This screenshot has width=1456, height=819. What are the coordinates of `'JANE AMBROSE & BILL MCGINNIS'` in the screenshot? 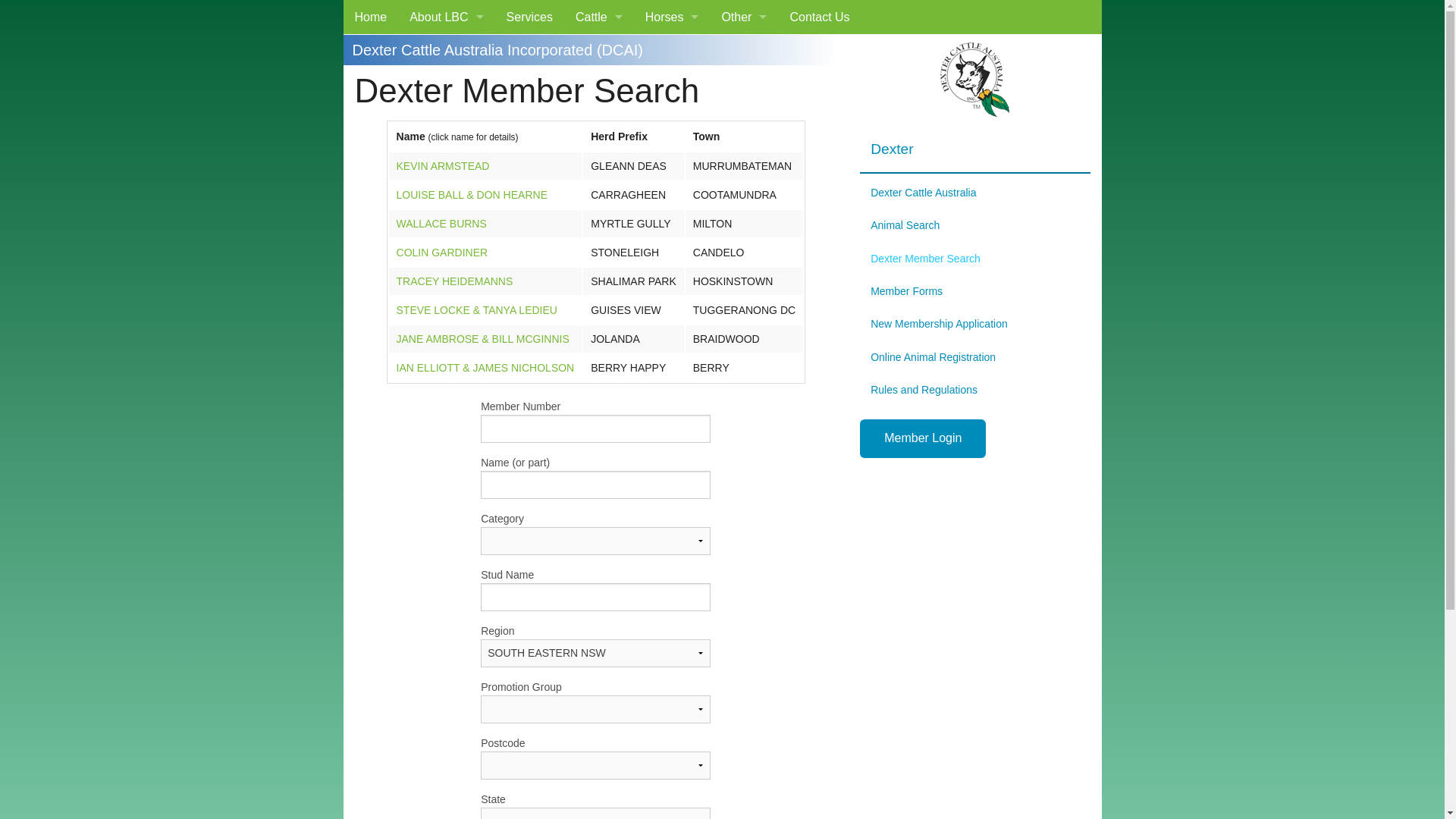 It's located at (482, 338).